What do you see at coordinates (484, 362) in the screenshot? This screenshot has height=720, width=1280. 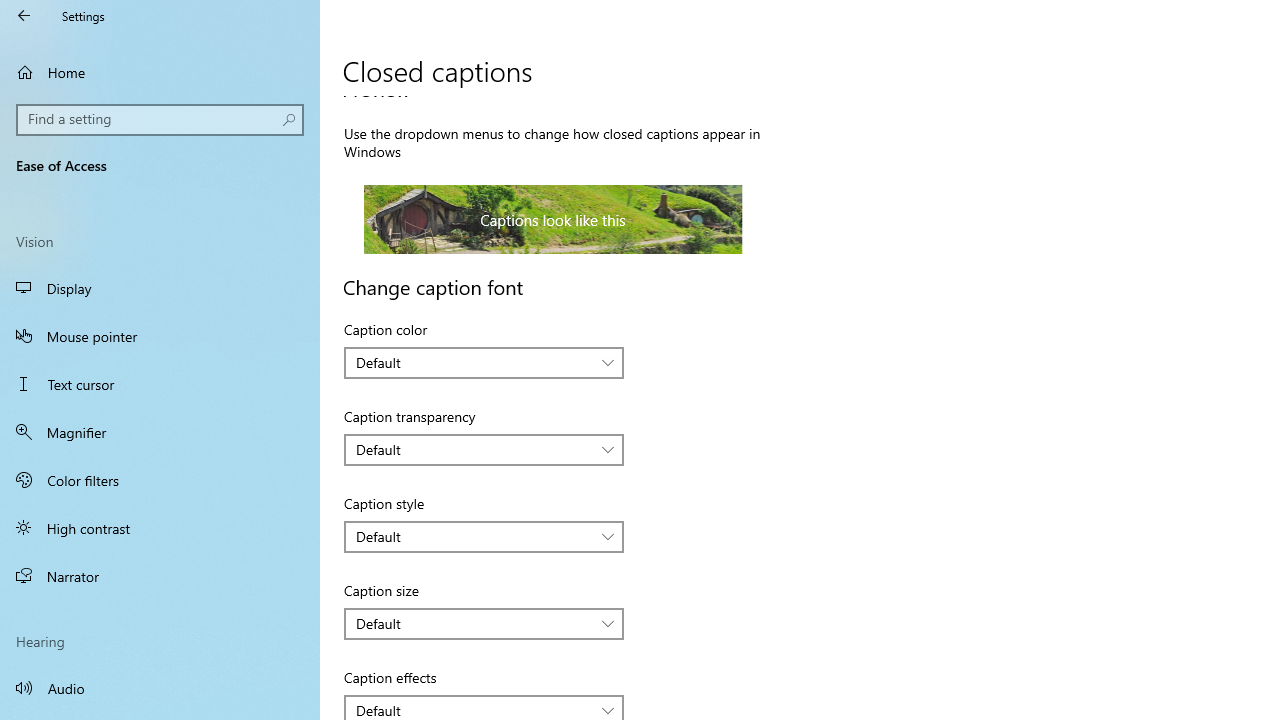 I see `'Caption color'` at bounding box center [484, 362].